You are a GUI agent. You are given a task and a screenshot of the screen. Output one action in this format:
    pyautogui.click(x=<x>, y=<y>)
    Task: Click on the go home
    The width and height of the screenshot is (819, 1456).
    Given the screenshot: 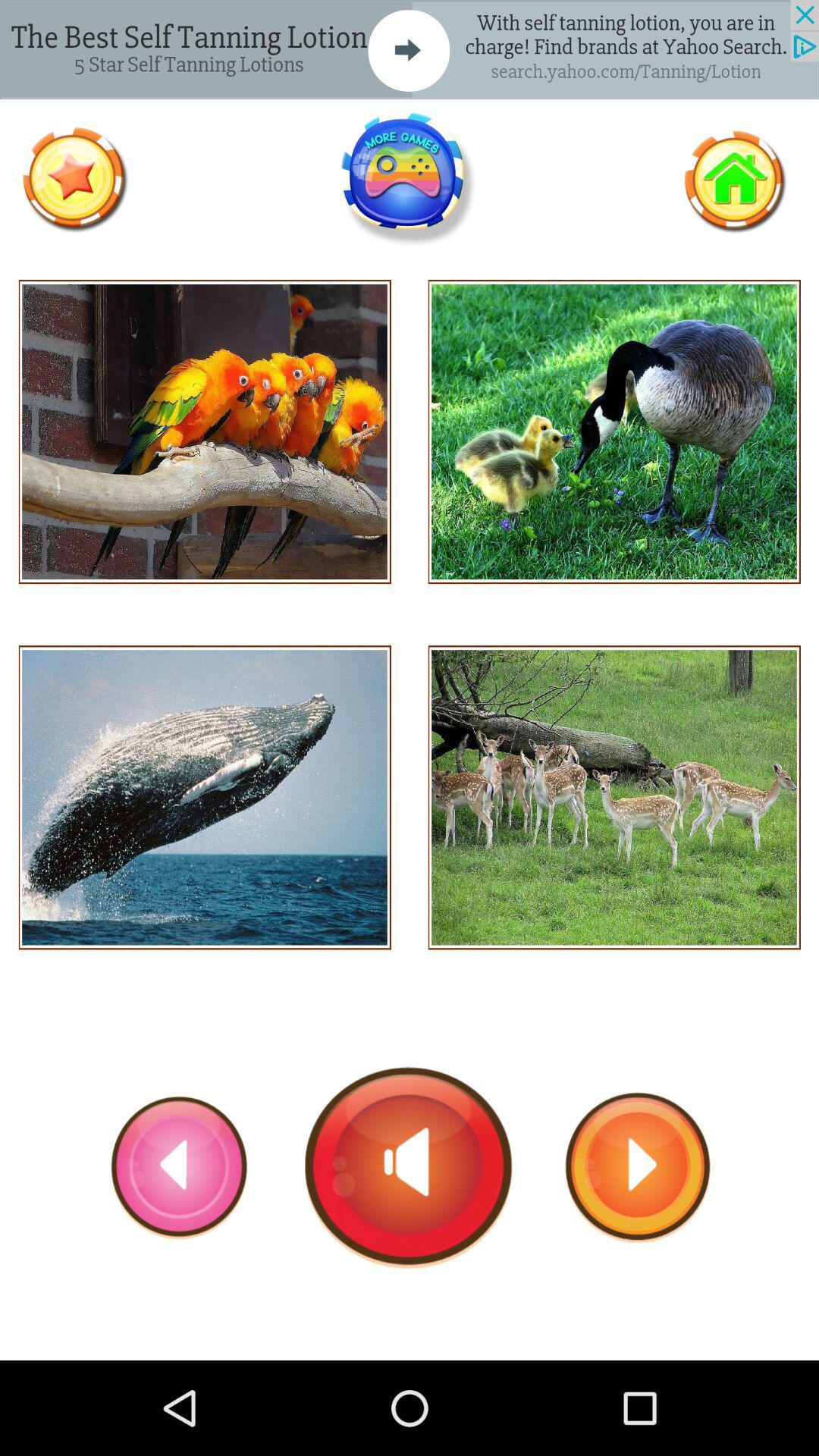 What is the action you would take?
    pyautogui.click(x=733, y=179)
    